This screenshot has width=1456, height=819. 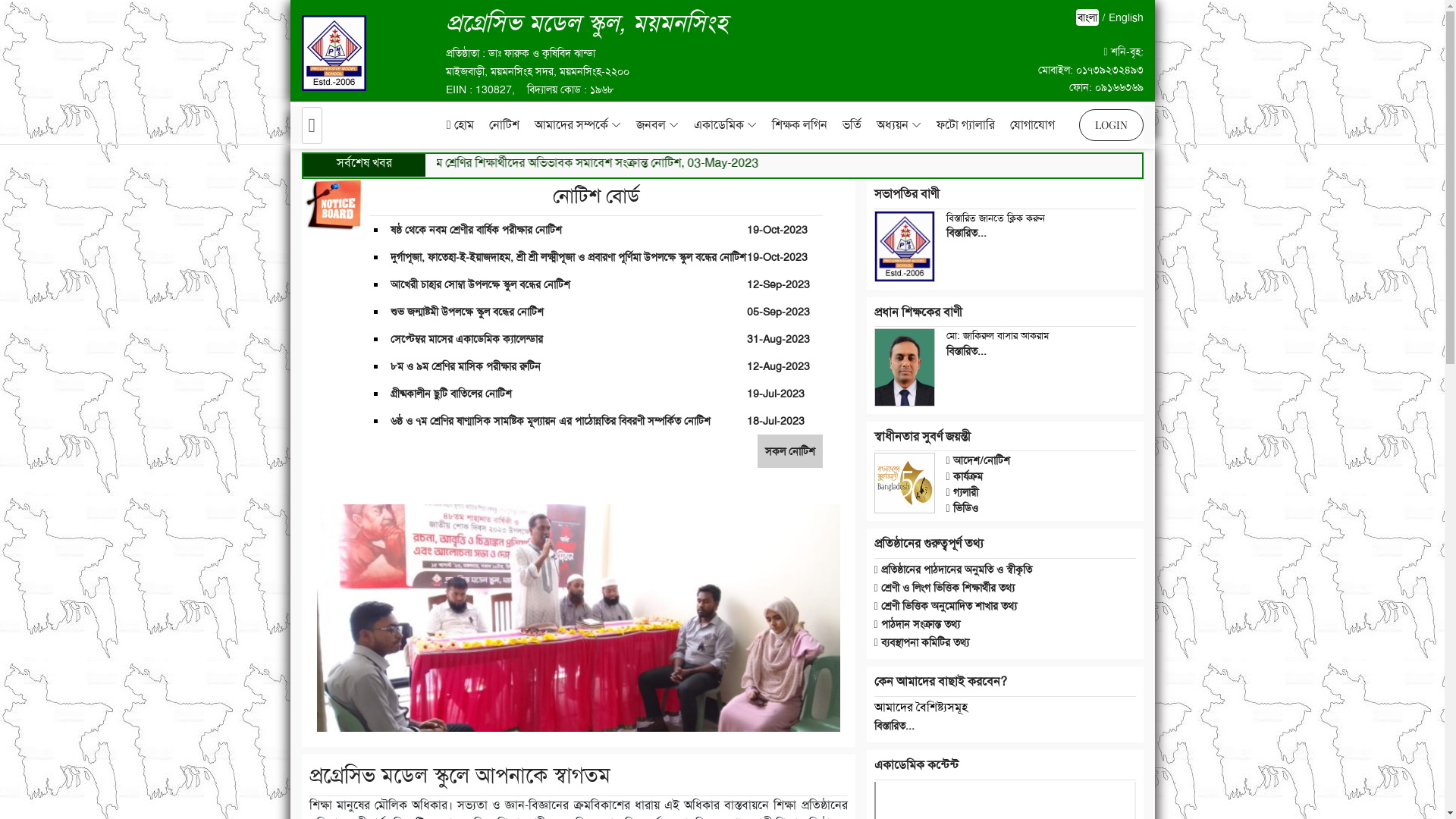 I want to click on 'LOGIN', so click(x=1110, y=124).